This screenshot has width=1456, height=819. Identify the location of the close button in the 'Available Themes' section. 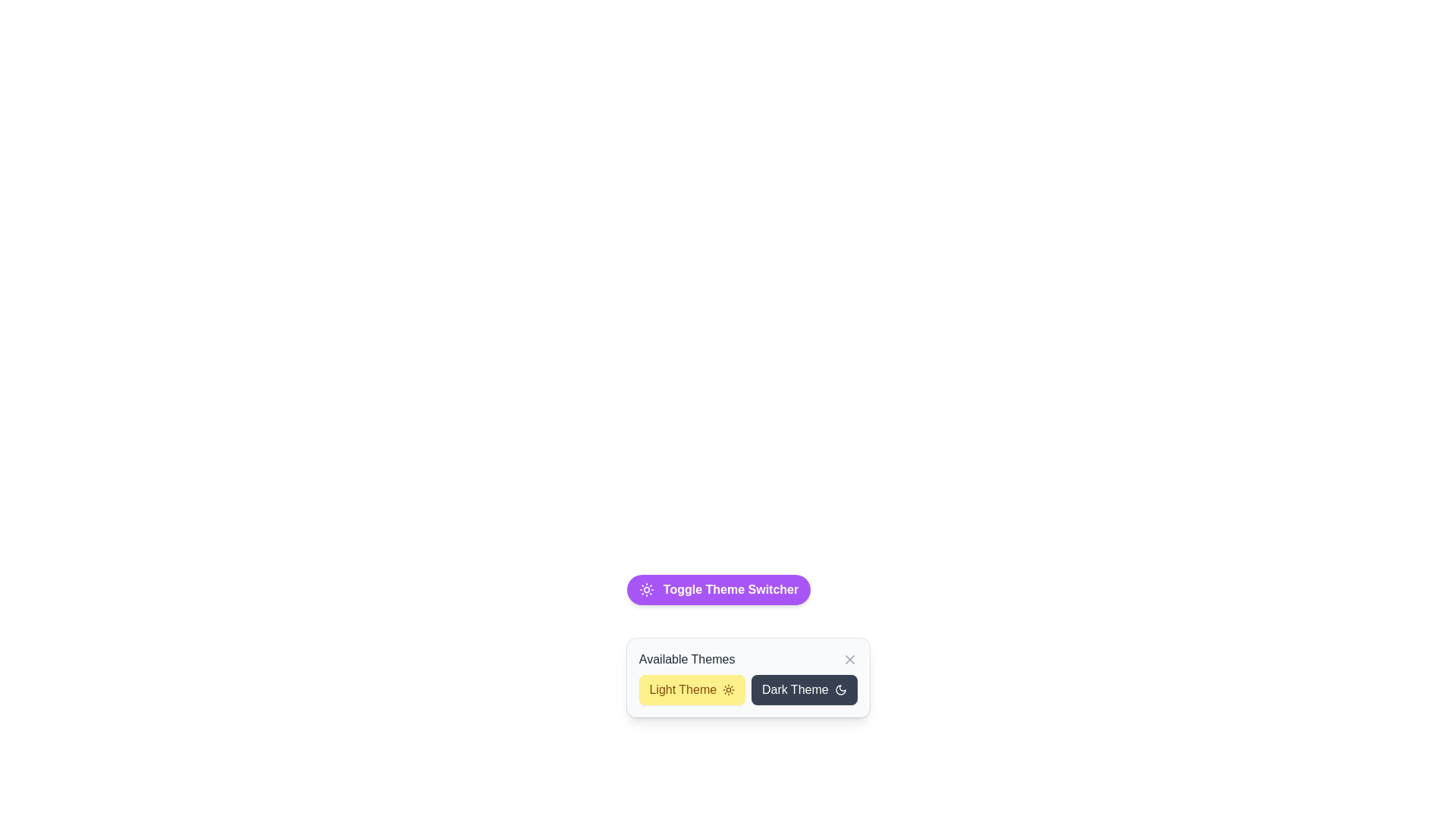
(849, 659).